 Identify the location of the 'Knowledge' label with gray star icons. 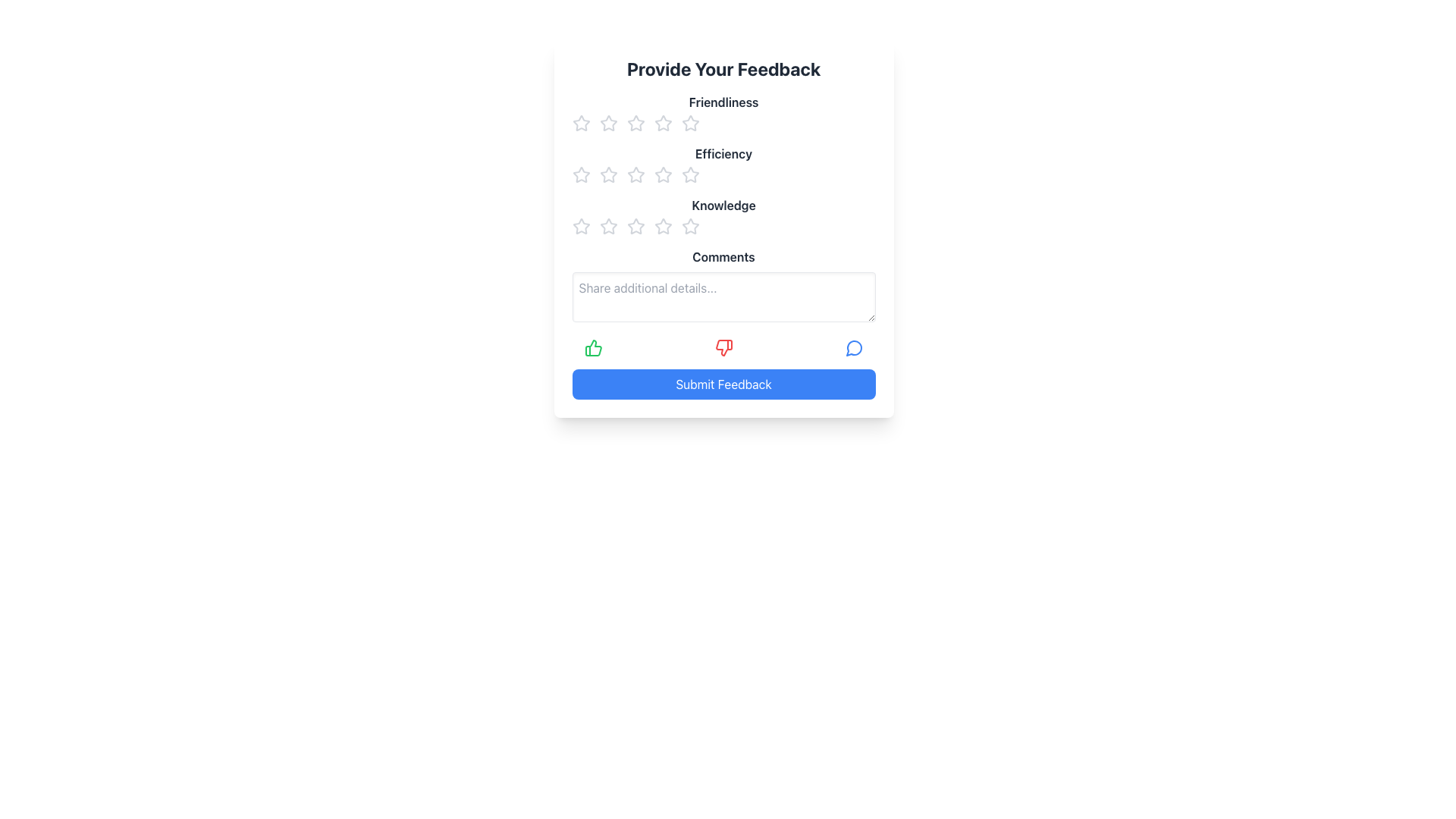
(723, 216).